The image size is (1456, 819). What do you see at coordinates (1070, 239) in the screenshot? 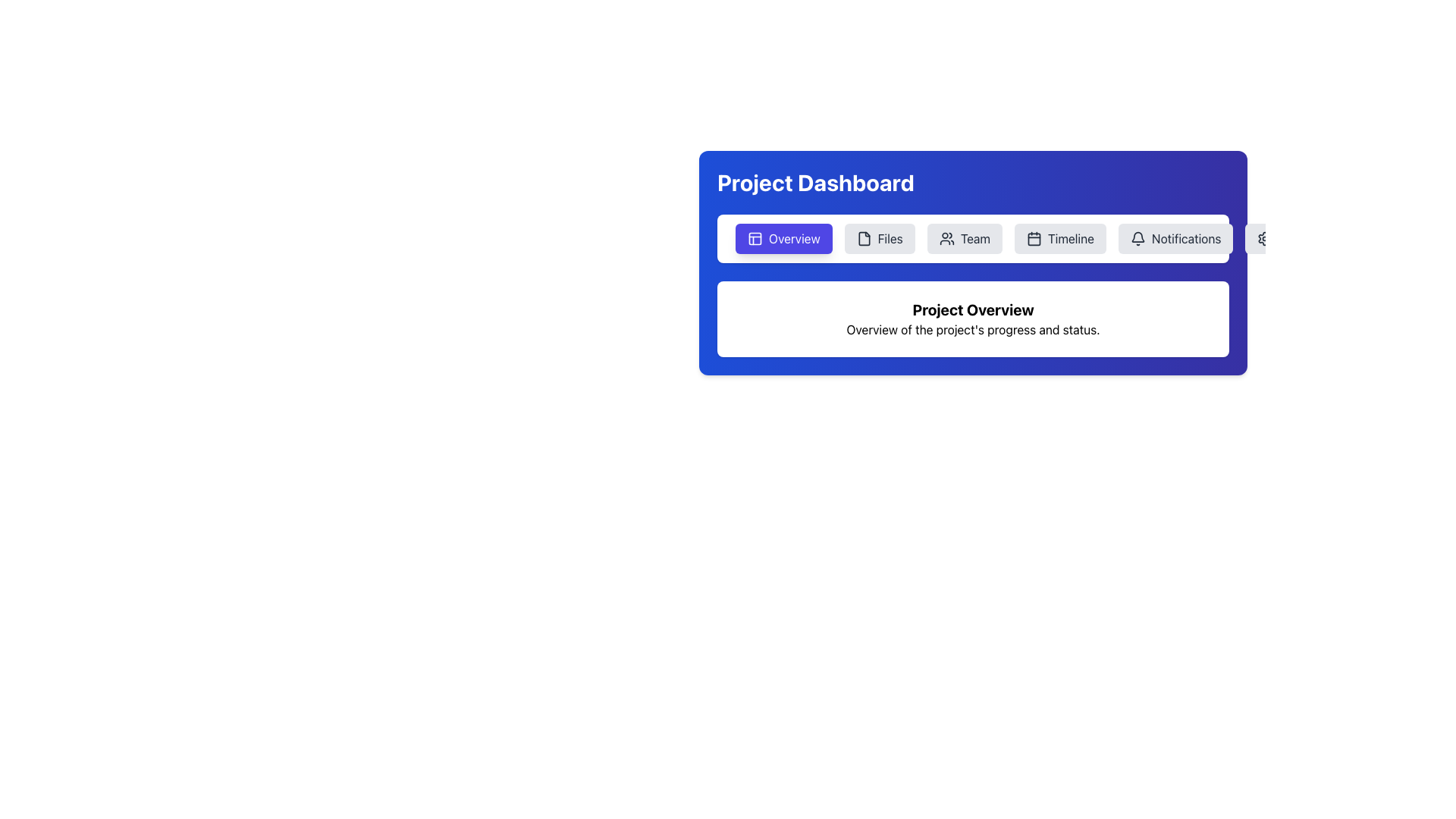
I see `the 'Timeline' button in the navigation bar` at bounding box center [1070, 239].